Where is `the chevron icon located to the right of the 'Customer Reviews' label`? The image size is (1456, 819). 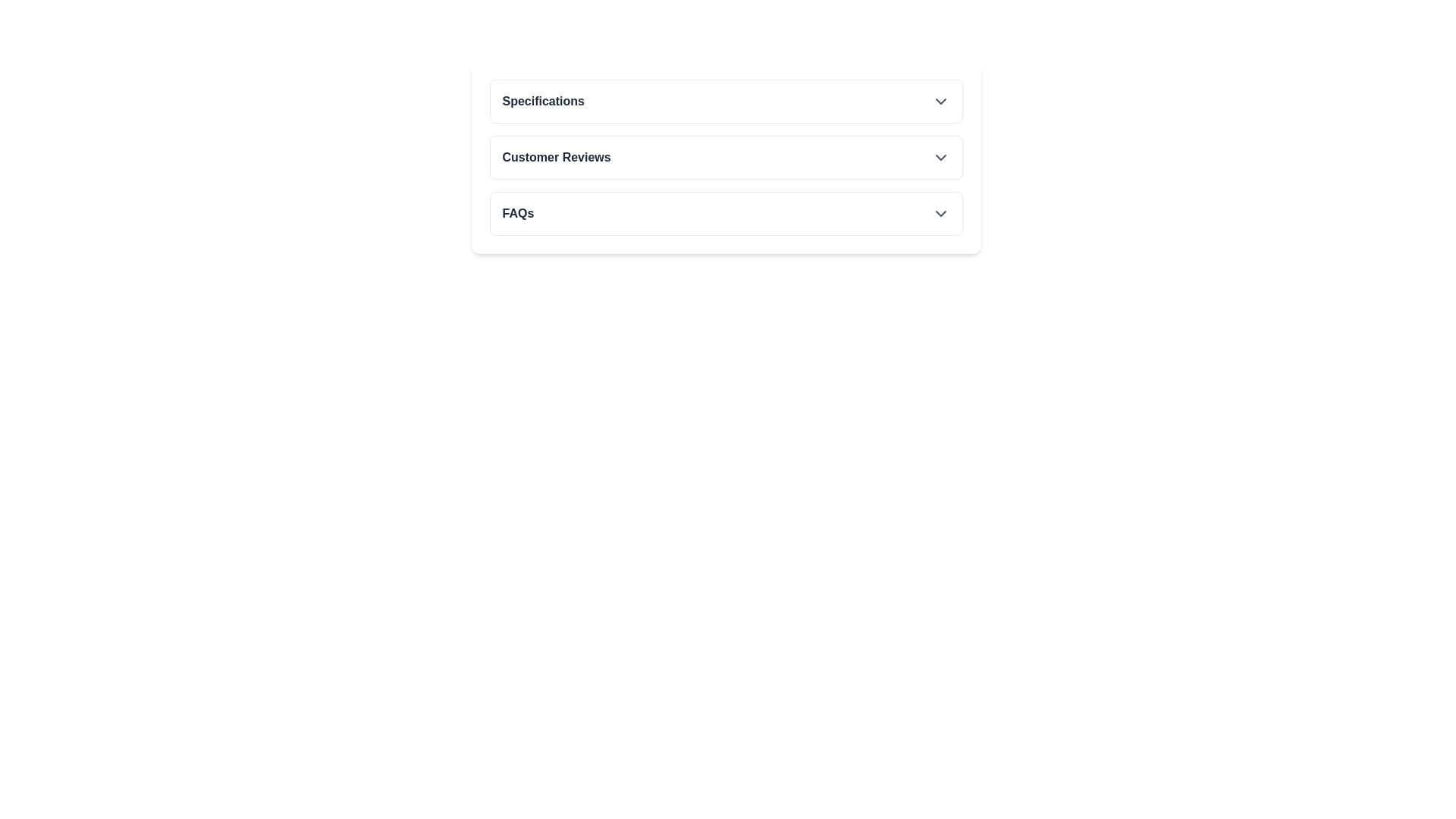
the chevron icon located to the right of the 'Customer Reviews' label is located at coordinates (940, 158).